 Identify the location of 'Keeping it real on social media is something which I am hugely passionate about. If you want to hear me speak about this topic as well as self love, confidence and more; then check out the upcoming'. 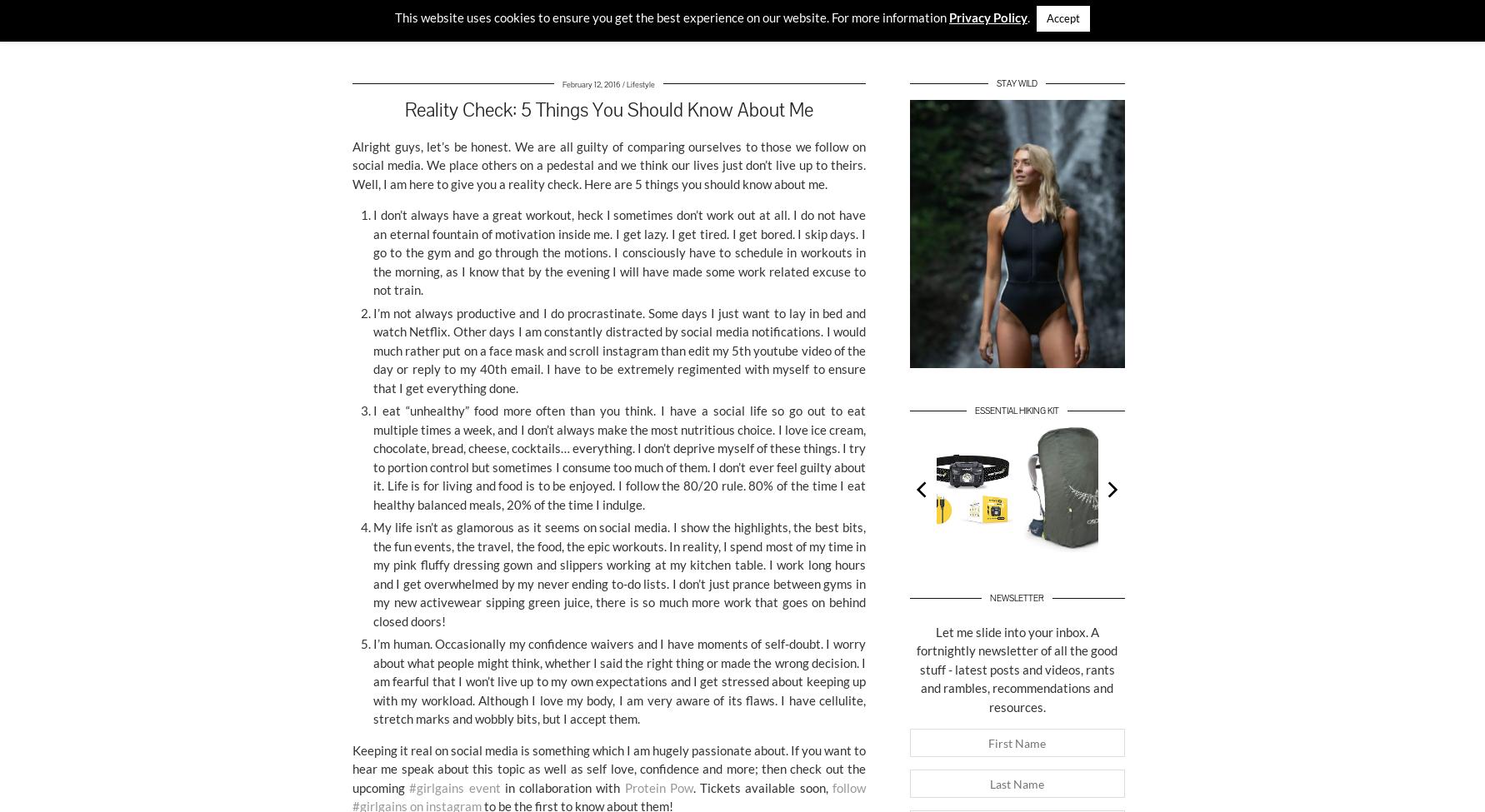
(352, 767).